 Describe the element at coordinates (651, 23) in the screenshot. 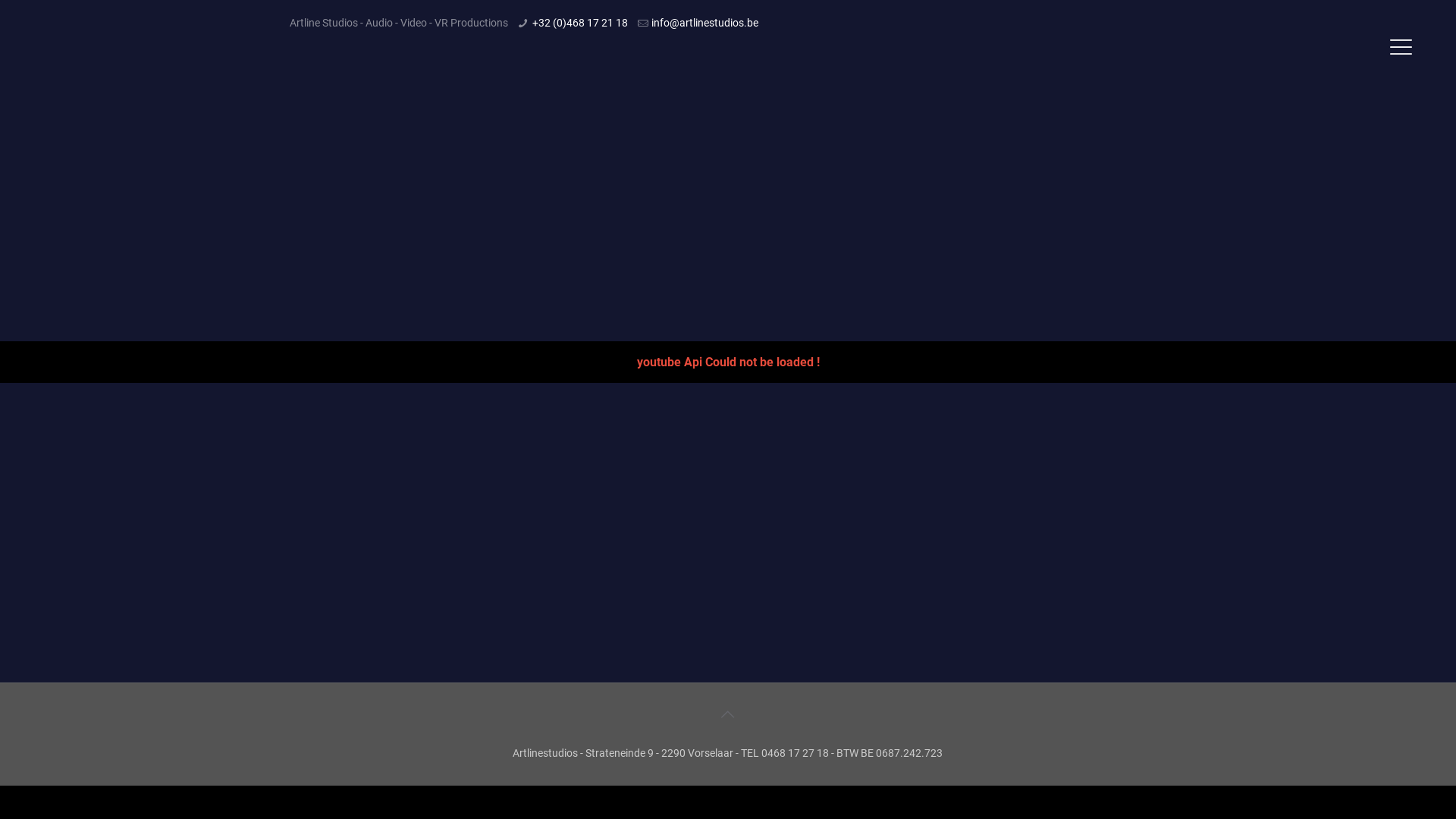

I see `'info@artlinestudios.be'` at that location.